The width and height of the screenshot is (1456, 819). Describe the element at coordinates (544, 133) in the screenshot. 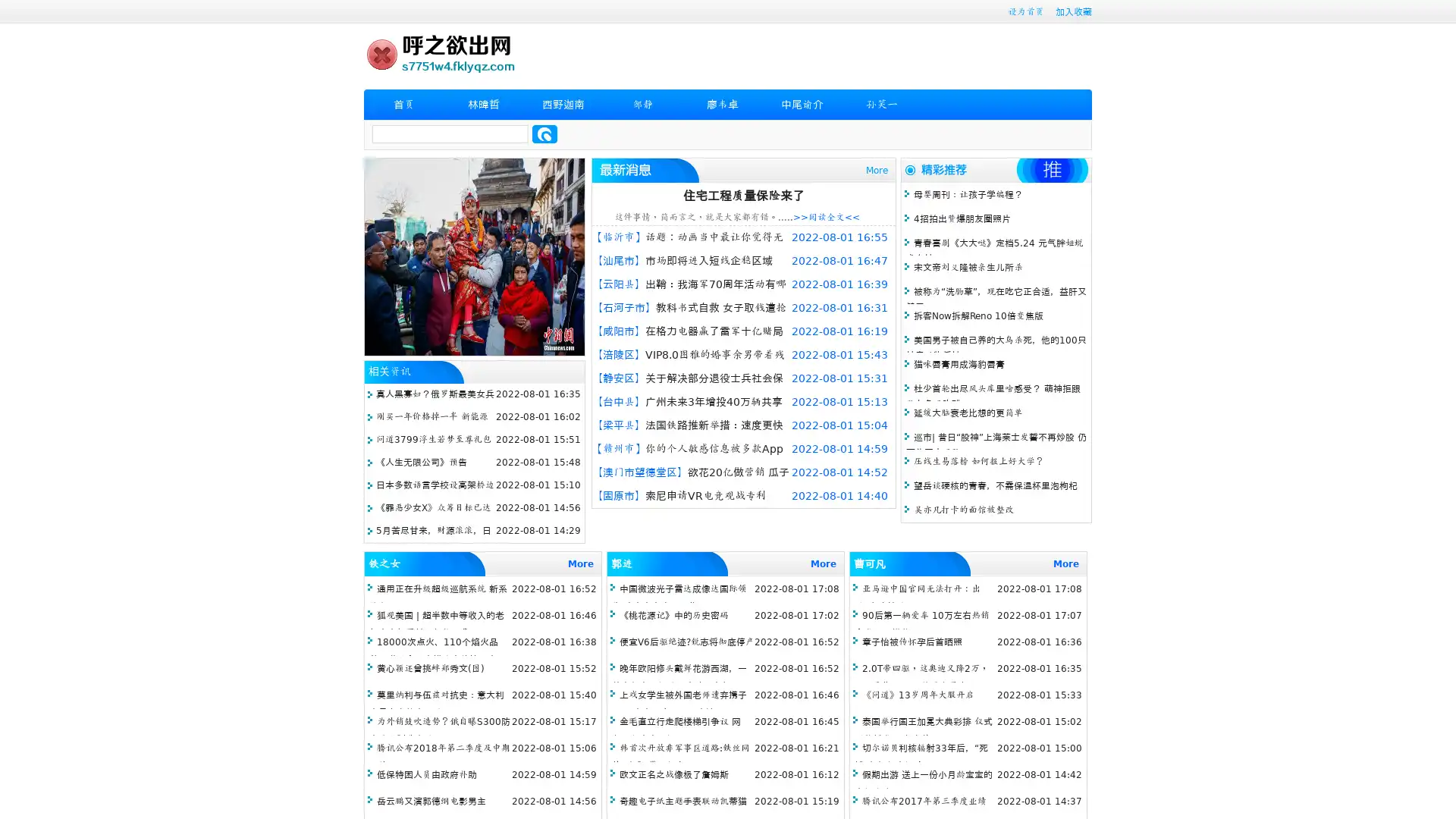

I see `Search` at that location.